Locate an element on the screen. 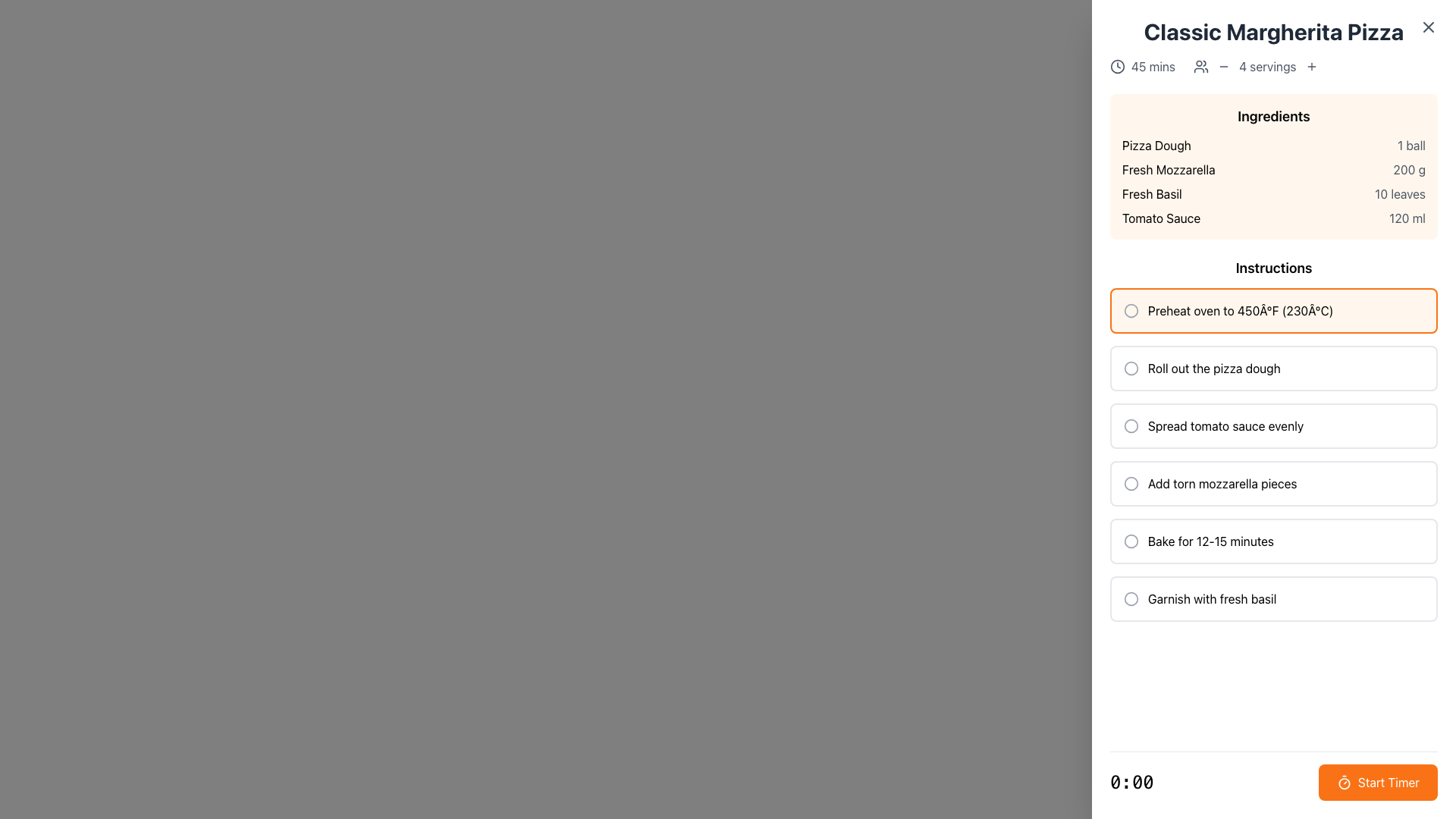  the informational text indicating the number of servings related to the dish, located below the title 'Classic Margherita Pizza' and next to the '45 mins' indicator is located at coordinates (1257, 66).